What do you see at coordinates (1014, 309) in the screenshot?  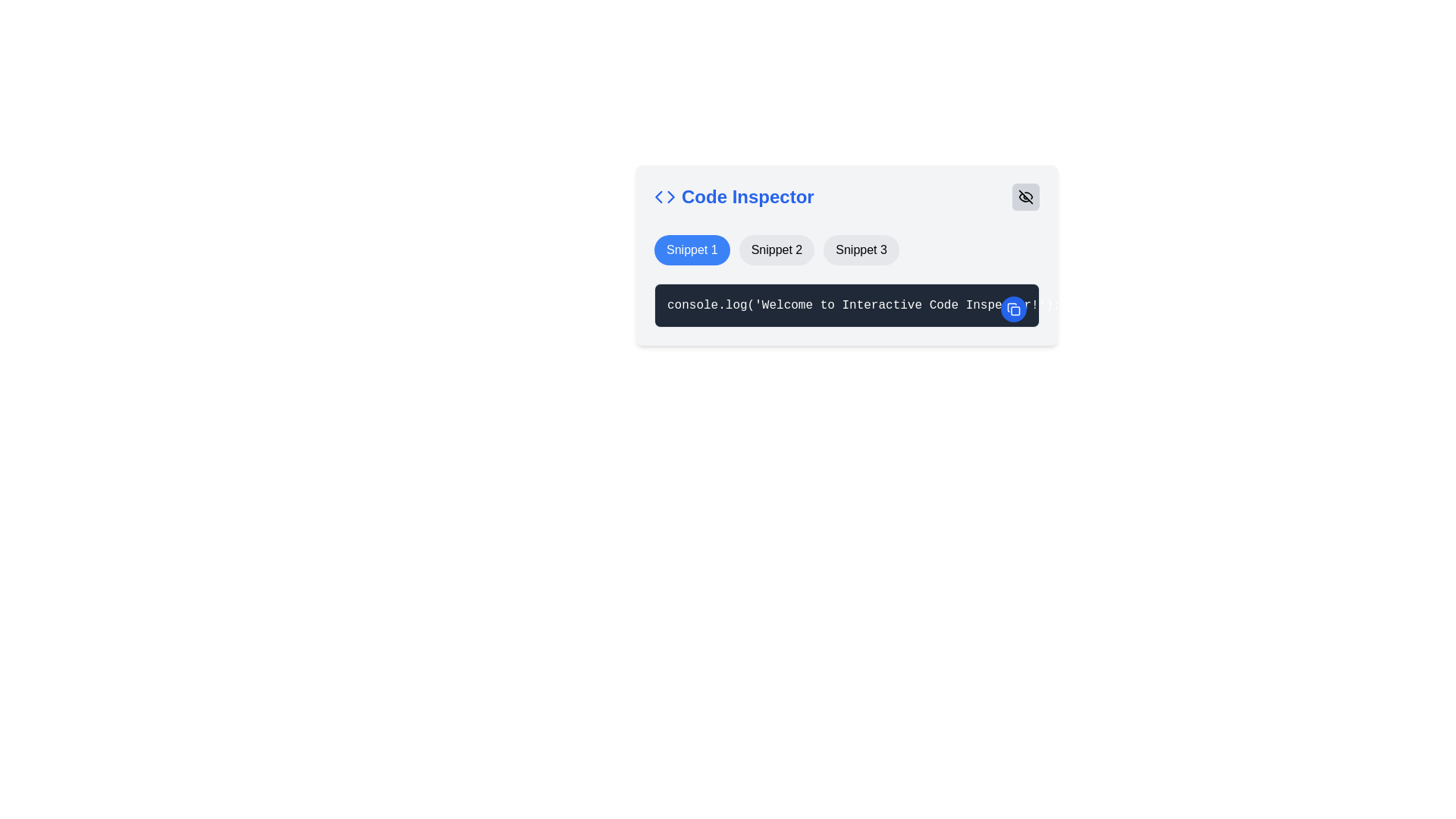 I see `the rounded blue button with a white overlapping squares icon in the top-right corner of the dark gray background to change its color` at bounding box center [1014, 309].